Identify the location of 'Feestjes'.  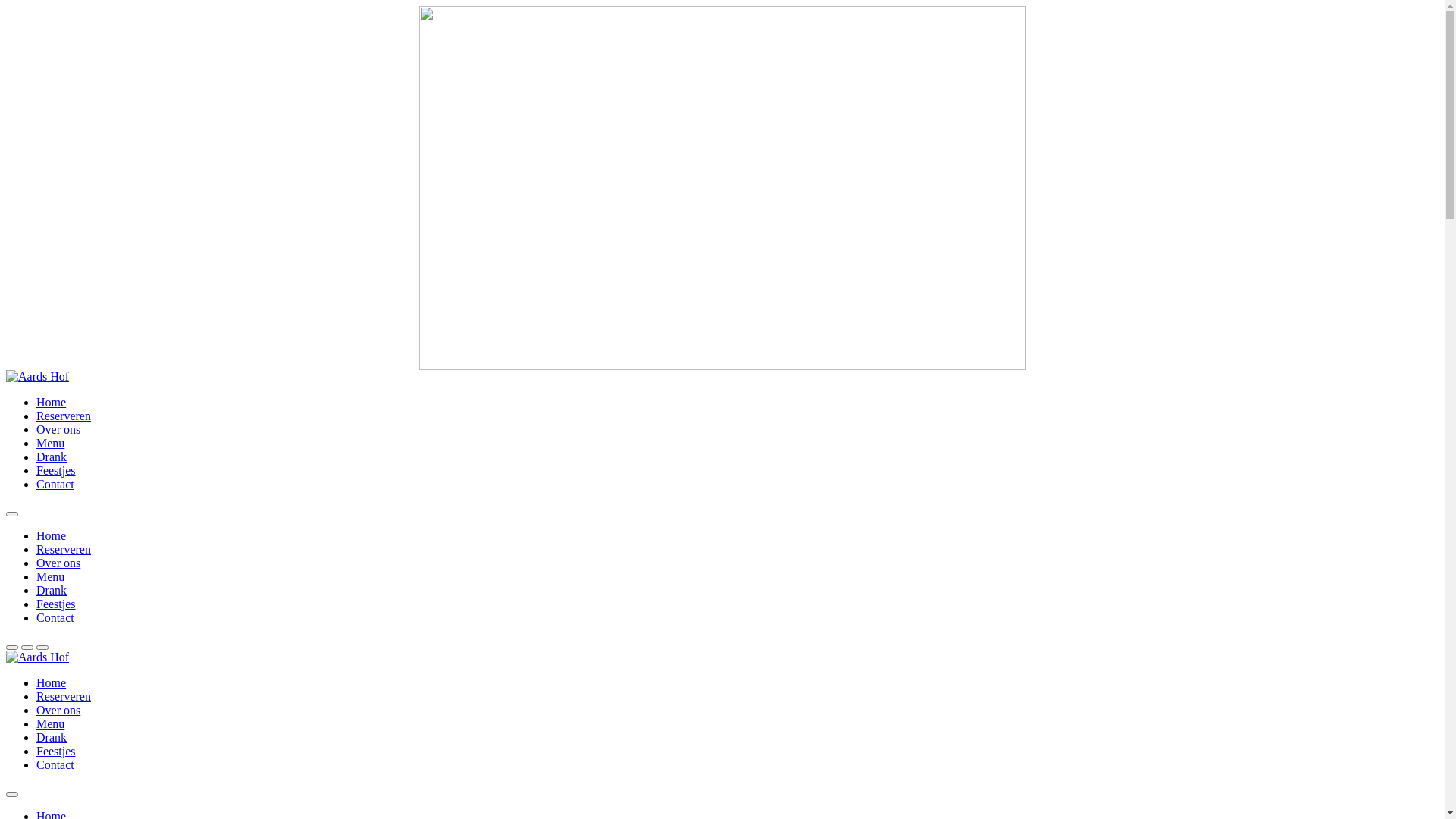
(36, 469).